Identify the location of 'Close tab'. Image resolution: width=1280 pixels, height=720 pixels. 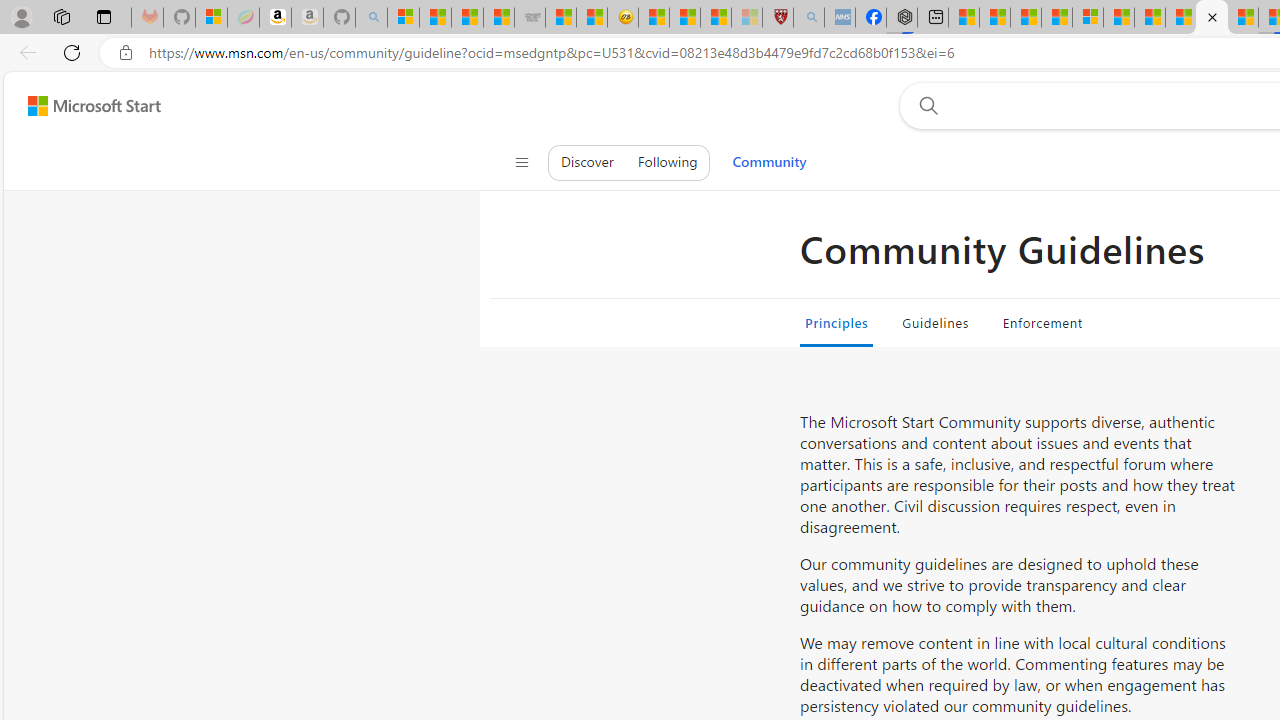
(1211, 17).